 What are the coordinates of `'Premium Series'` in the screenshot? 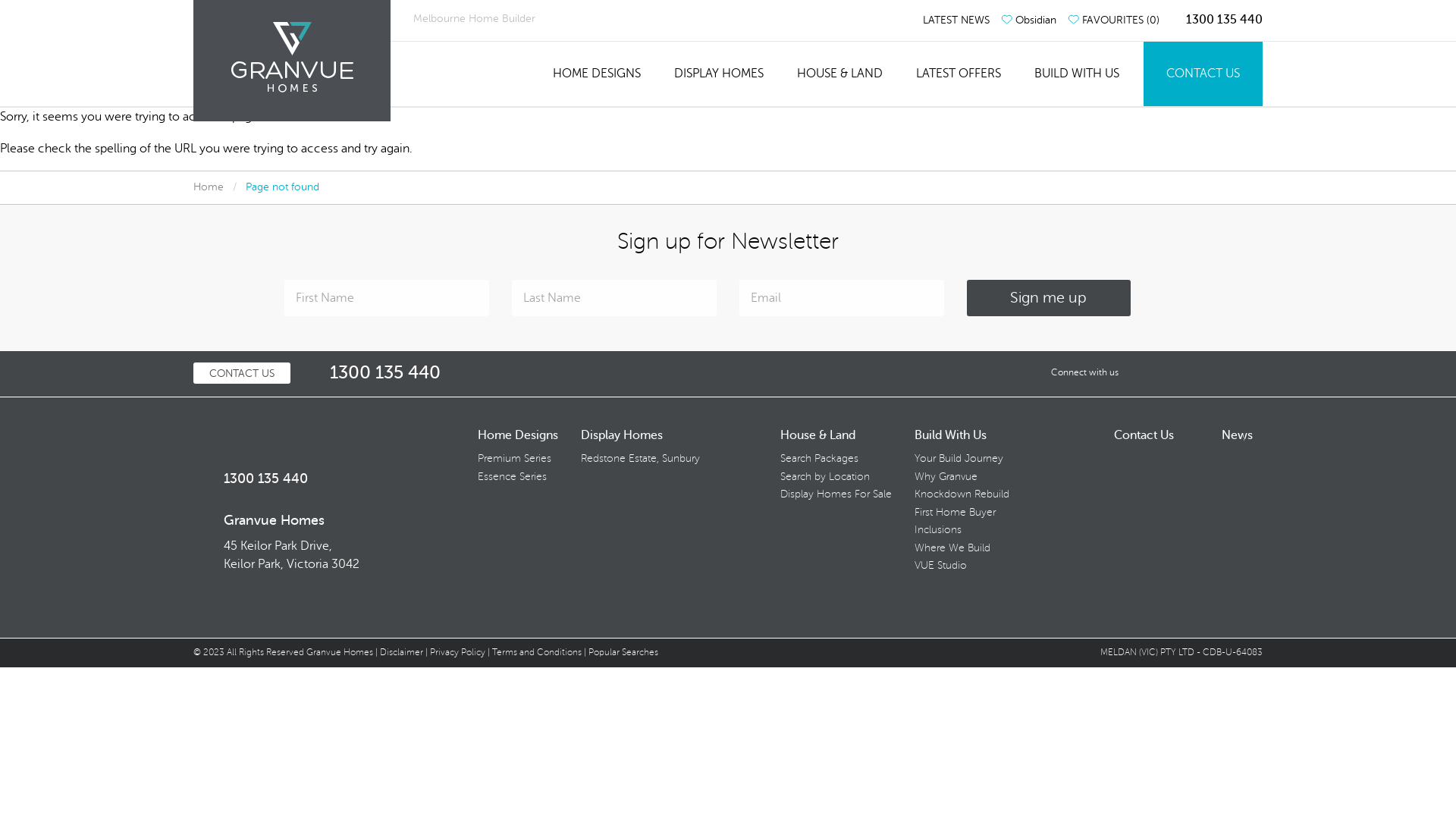 It's located at (514, 457).